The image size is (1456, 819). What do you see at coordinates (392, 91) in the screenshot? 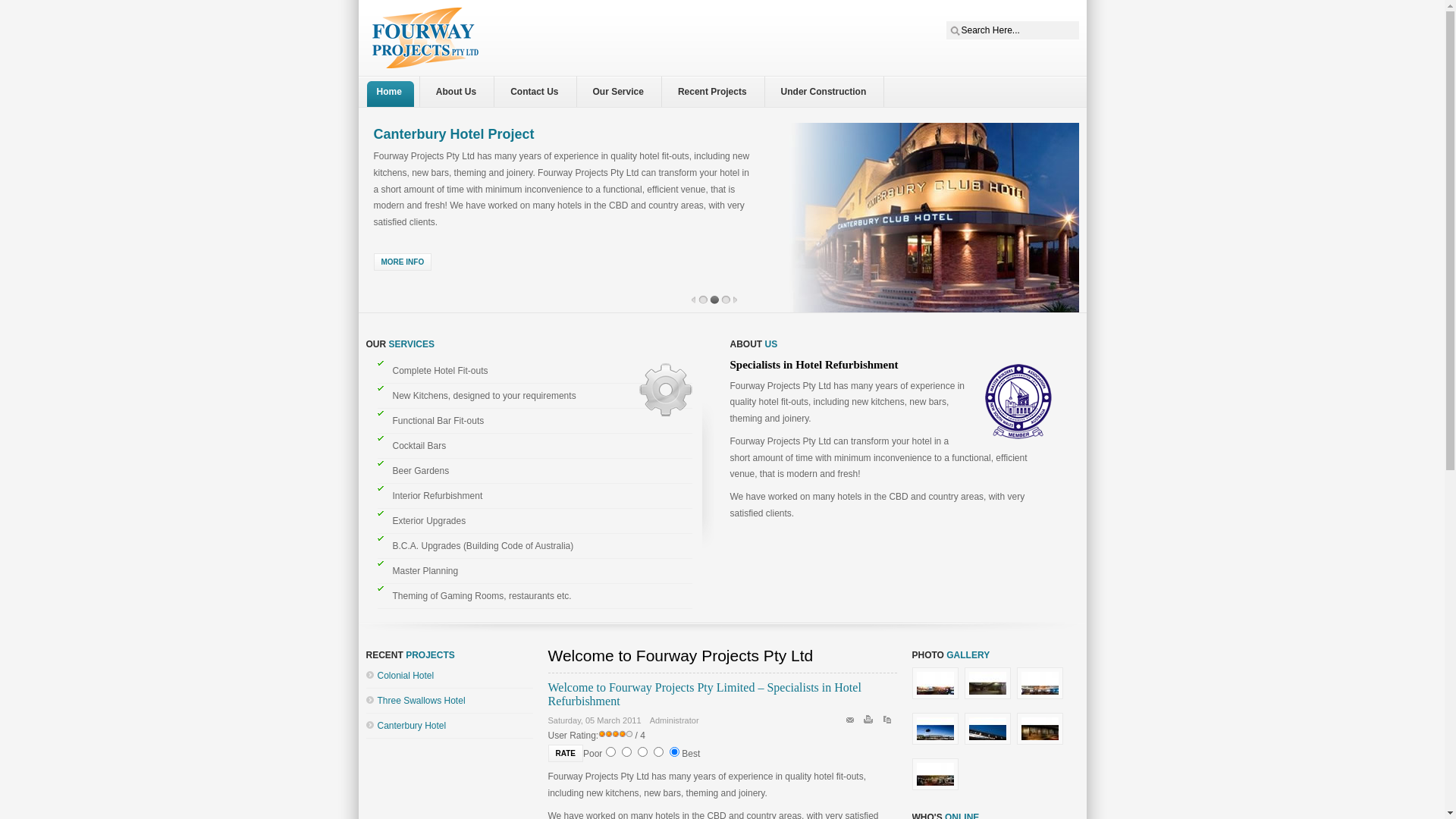
I see `'Home'` at bounding box center [392, 91].